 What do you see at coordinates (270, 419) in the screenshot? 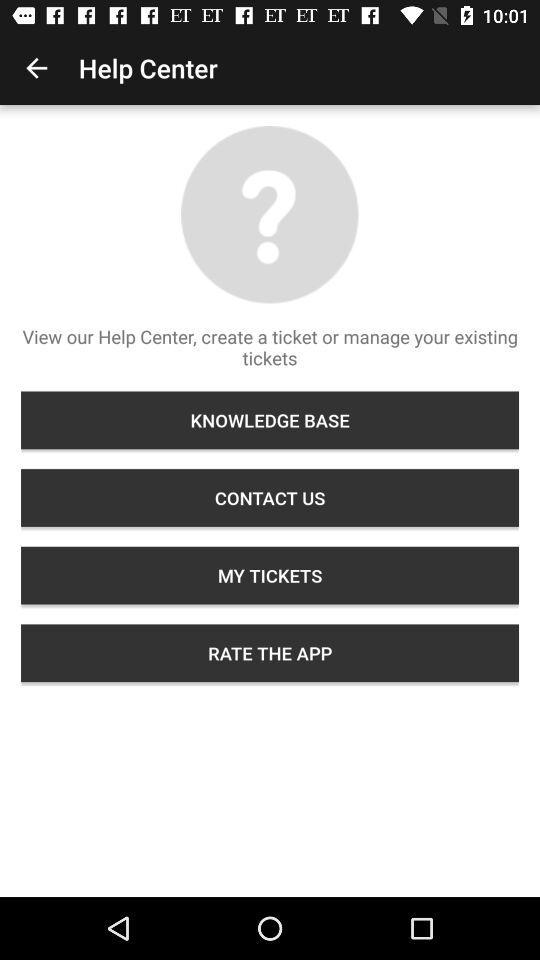
I see `knowledge base` at bounding box center [270, 419].